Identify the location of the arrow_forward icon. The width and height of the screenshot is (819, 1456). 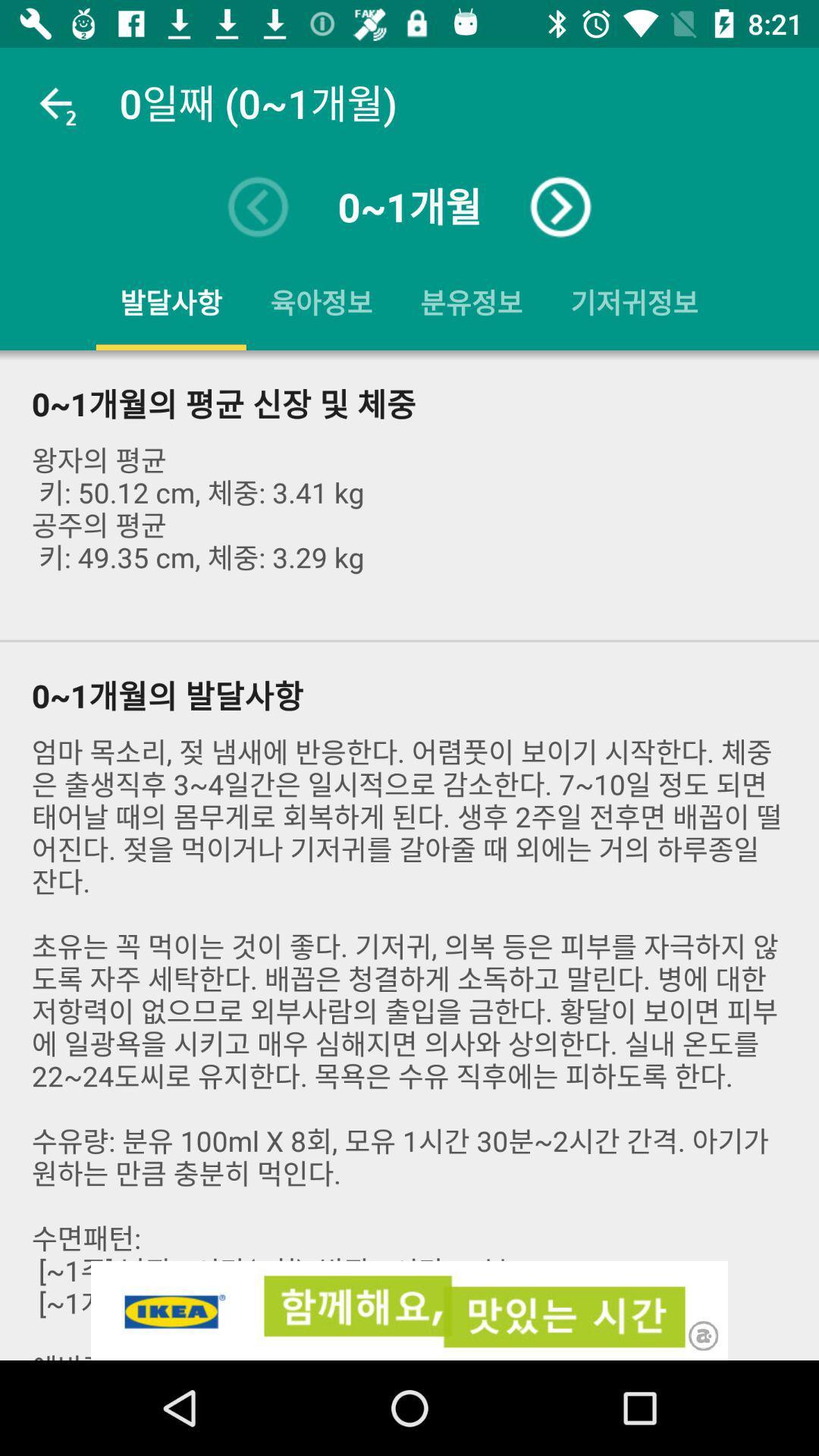
(560, 206).